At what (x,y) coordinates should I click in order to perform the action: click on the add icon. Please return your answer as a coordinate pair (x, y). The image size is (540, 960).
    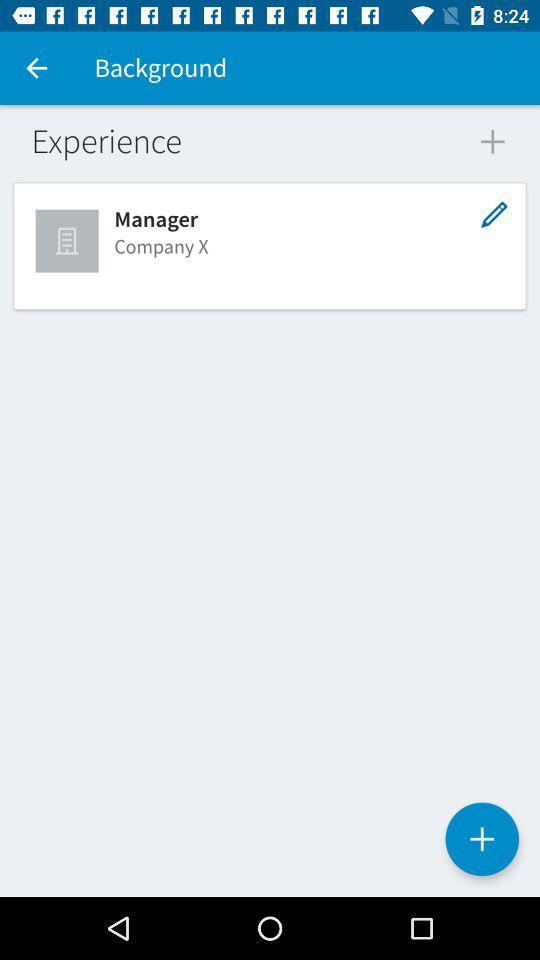
    Looking at the image, I should click on (481, 839).